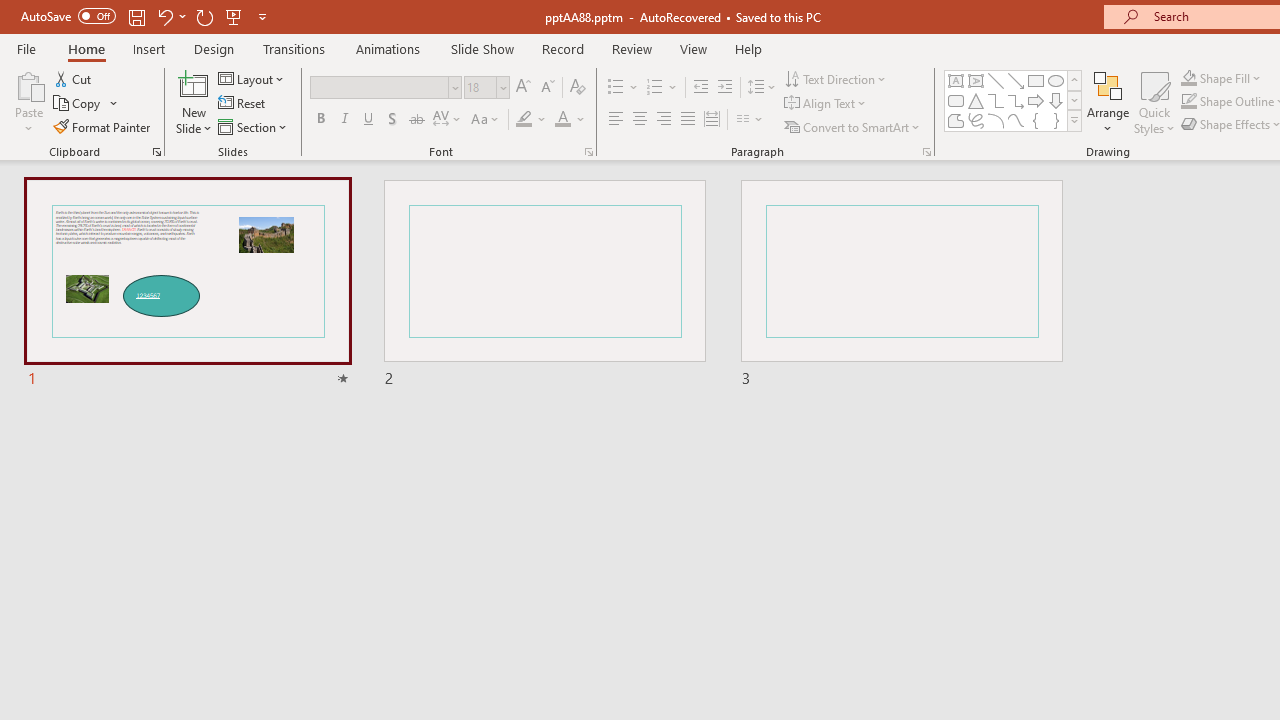  What do you see at coordinates (28, 103) in the screenshot?
I see `'Paste'` at bounding box center [28, 103].